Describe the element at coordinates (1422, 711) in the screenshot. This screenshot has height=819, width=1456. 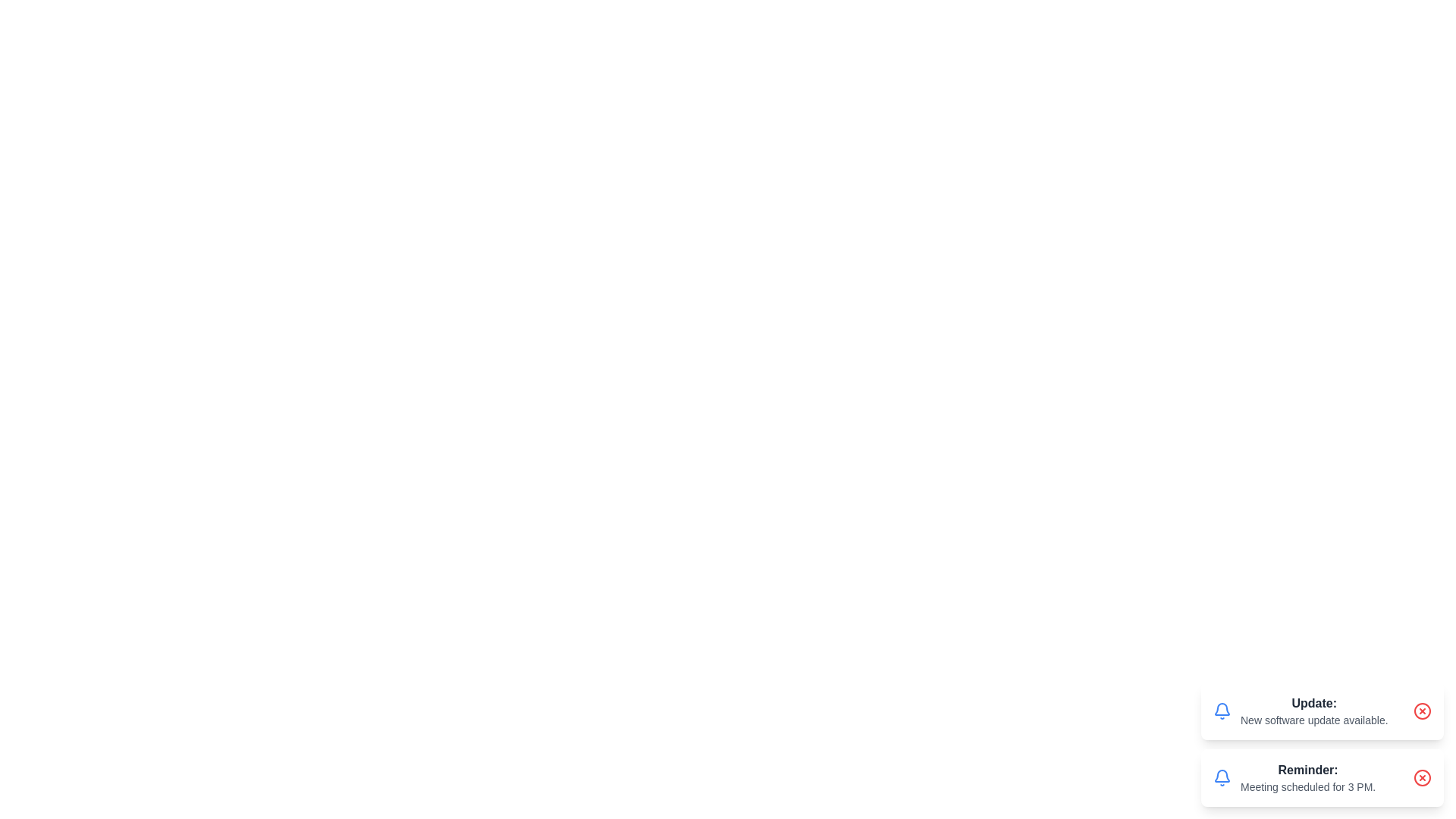
I see `close button of the notification with message 'New software update available.' to remove it` at that location.